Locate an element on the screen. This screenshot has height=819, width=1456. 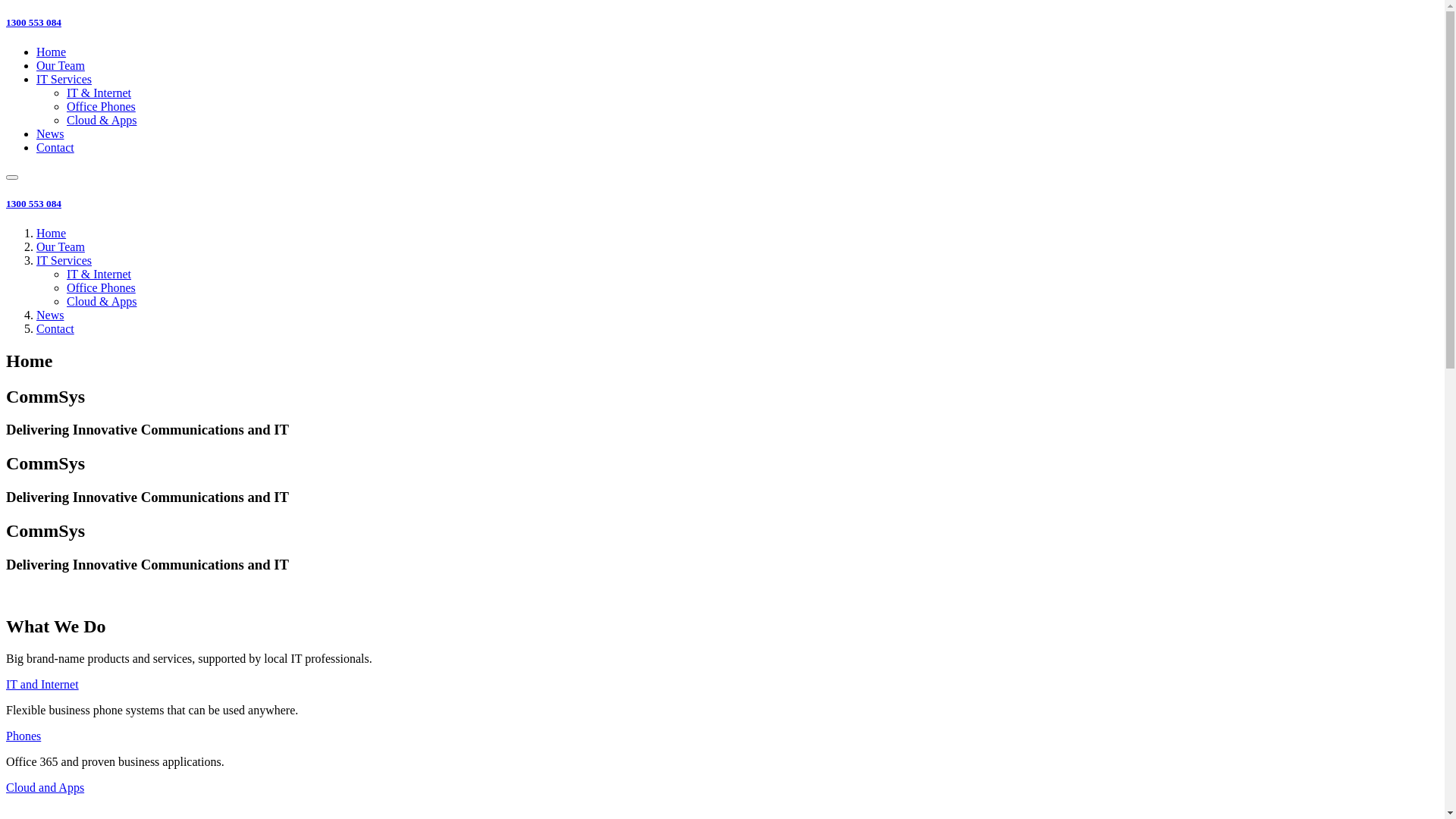
'IT Services' is located at coordinates (63, 79).